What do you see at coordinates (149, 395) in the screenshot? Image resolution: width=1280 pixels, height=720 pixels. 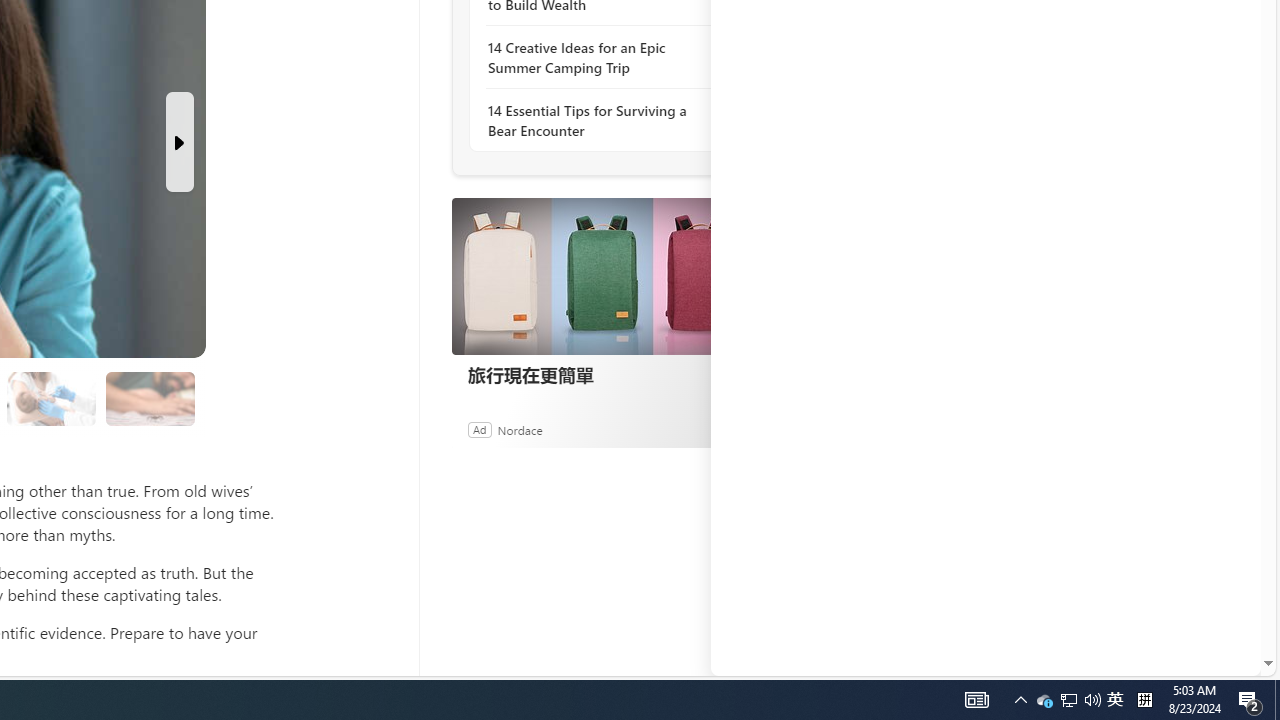 I see `'Class: progress'` at bounding box center [149, 395].